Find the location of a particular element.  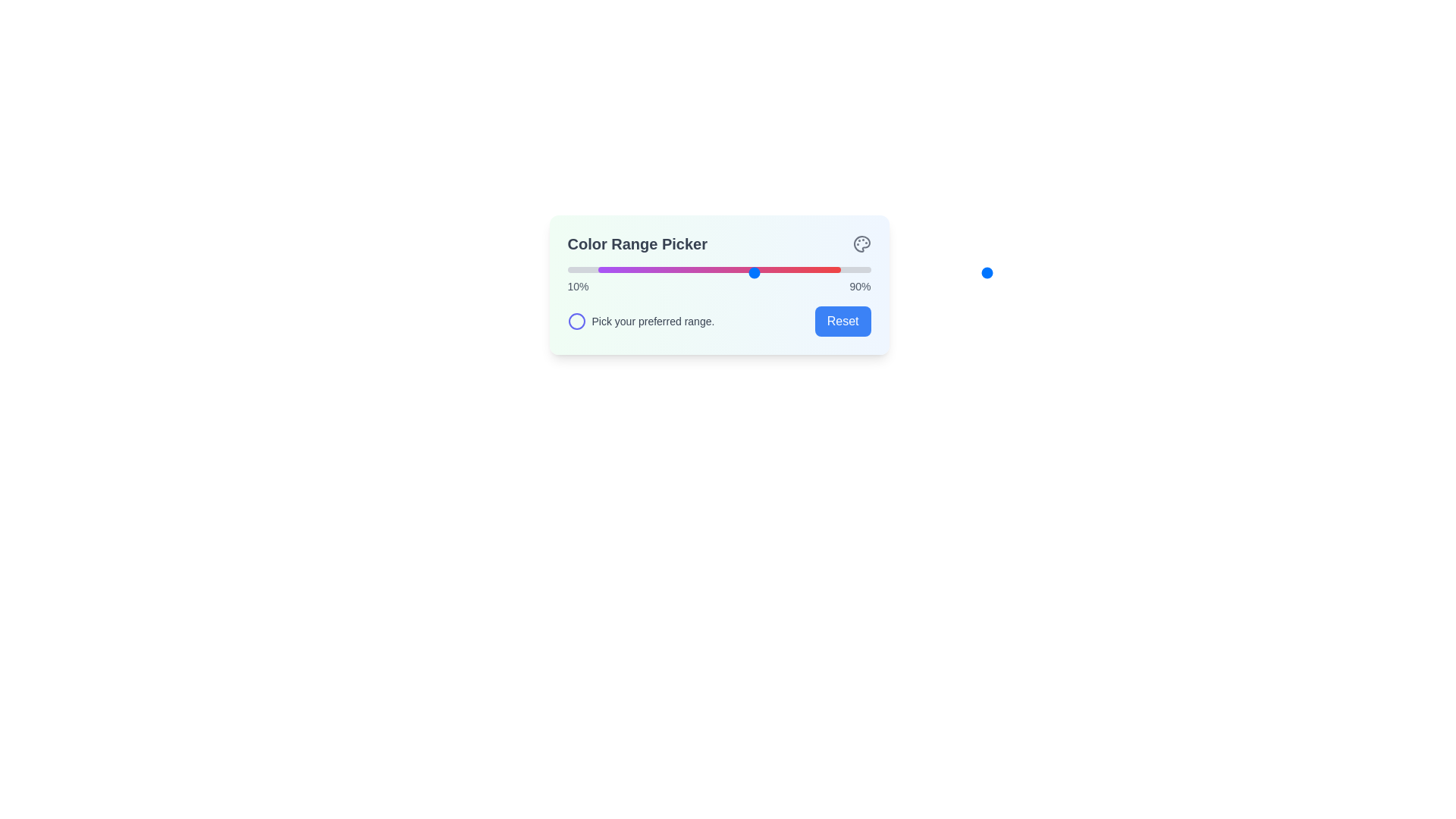

the slider value is located at coordinates (589, 268).